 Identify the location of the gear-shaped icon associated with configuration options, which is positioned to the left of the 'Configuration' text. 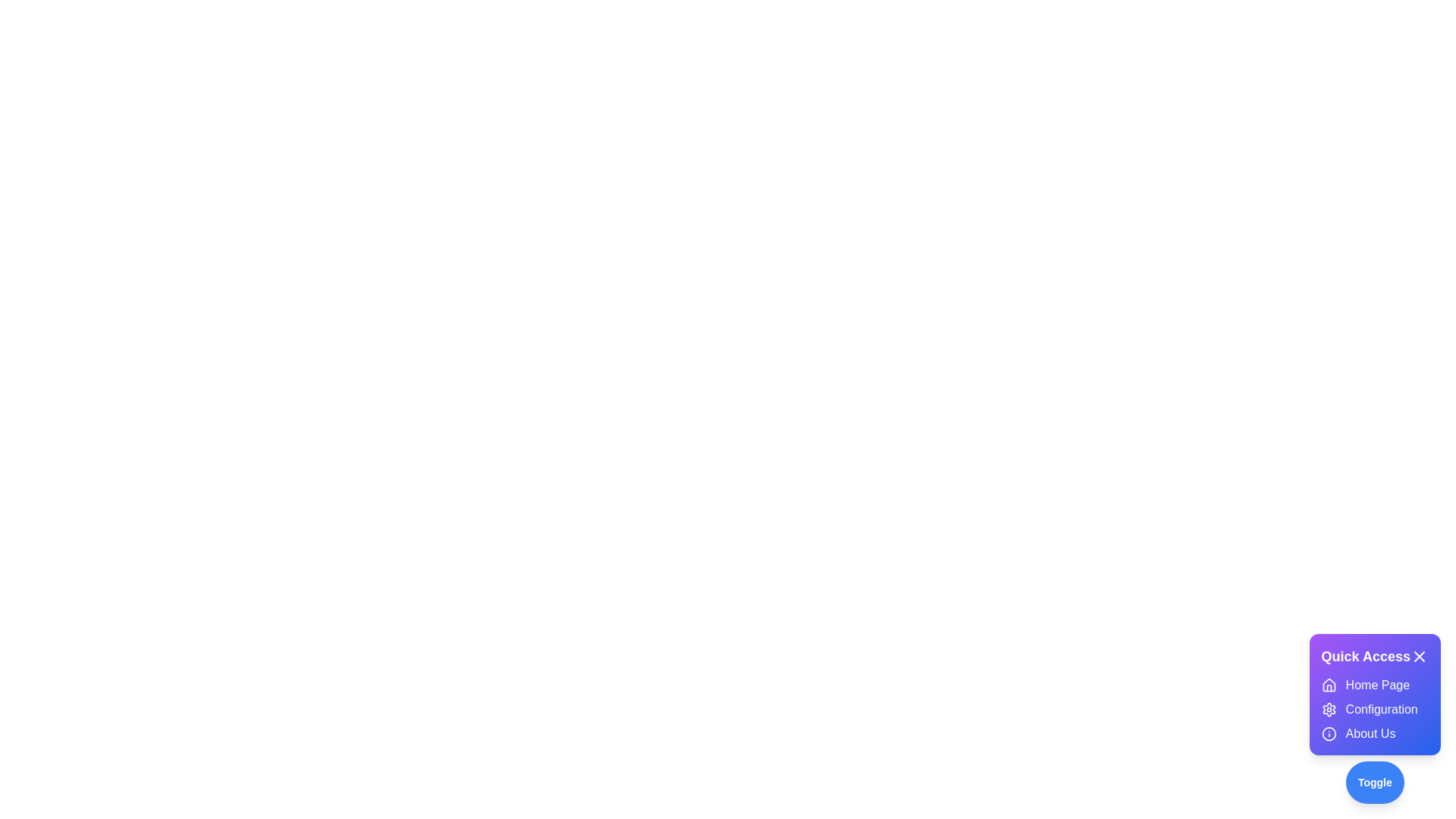
(1328, 710).